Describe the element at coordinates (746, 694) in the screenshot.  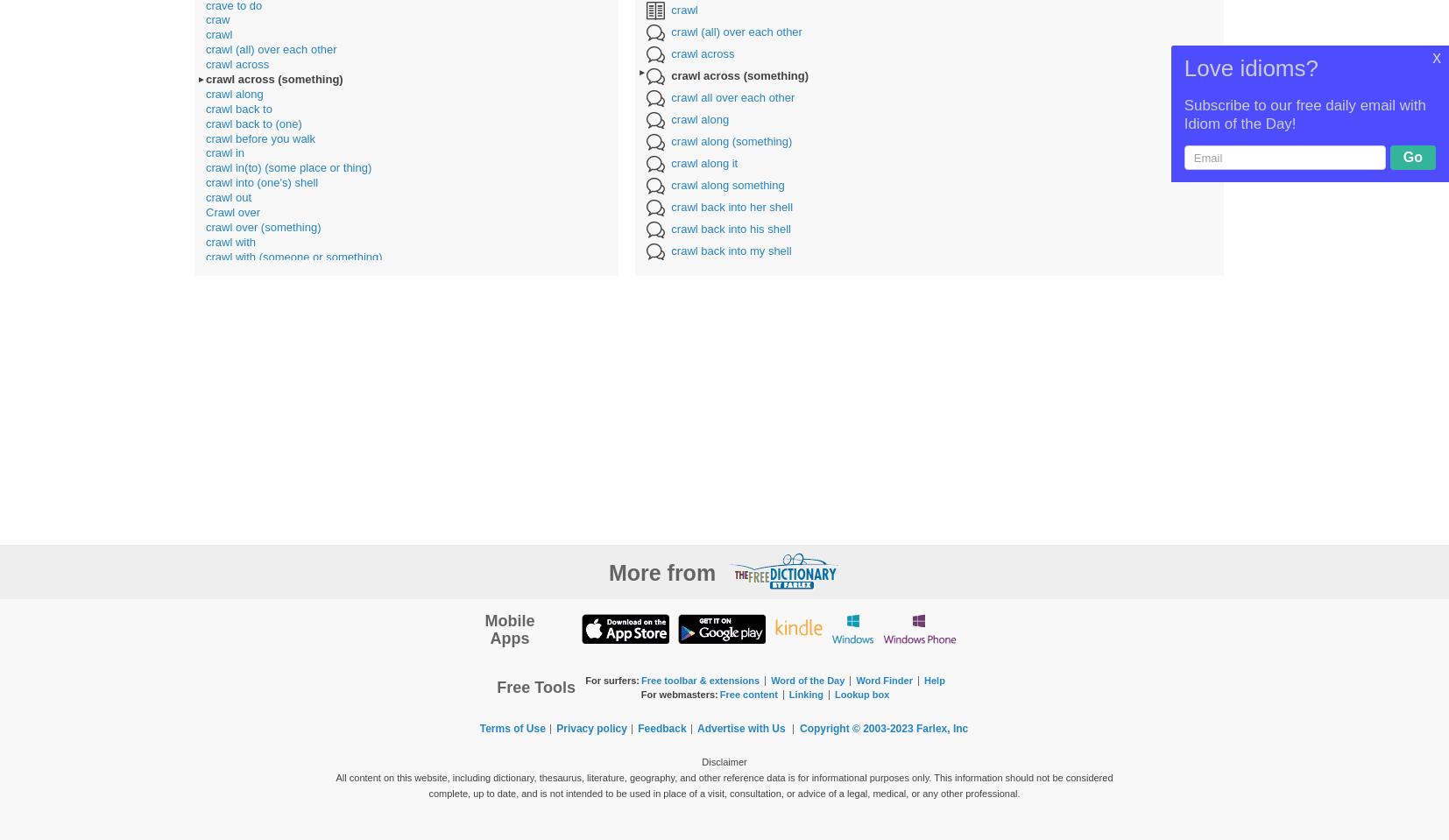
I see `'Free content'` at that location.